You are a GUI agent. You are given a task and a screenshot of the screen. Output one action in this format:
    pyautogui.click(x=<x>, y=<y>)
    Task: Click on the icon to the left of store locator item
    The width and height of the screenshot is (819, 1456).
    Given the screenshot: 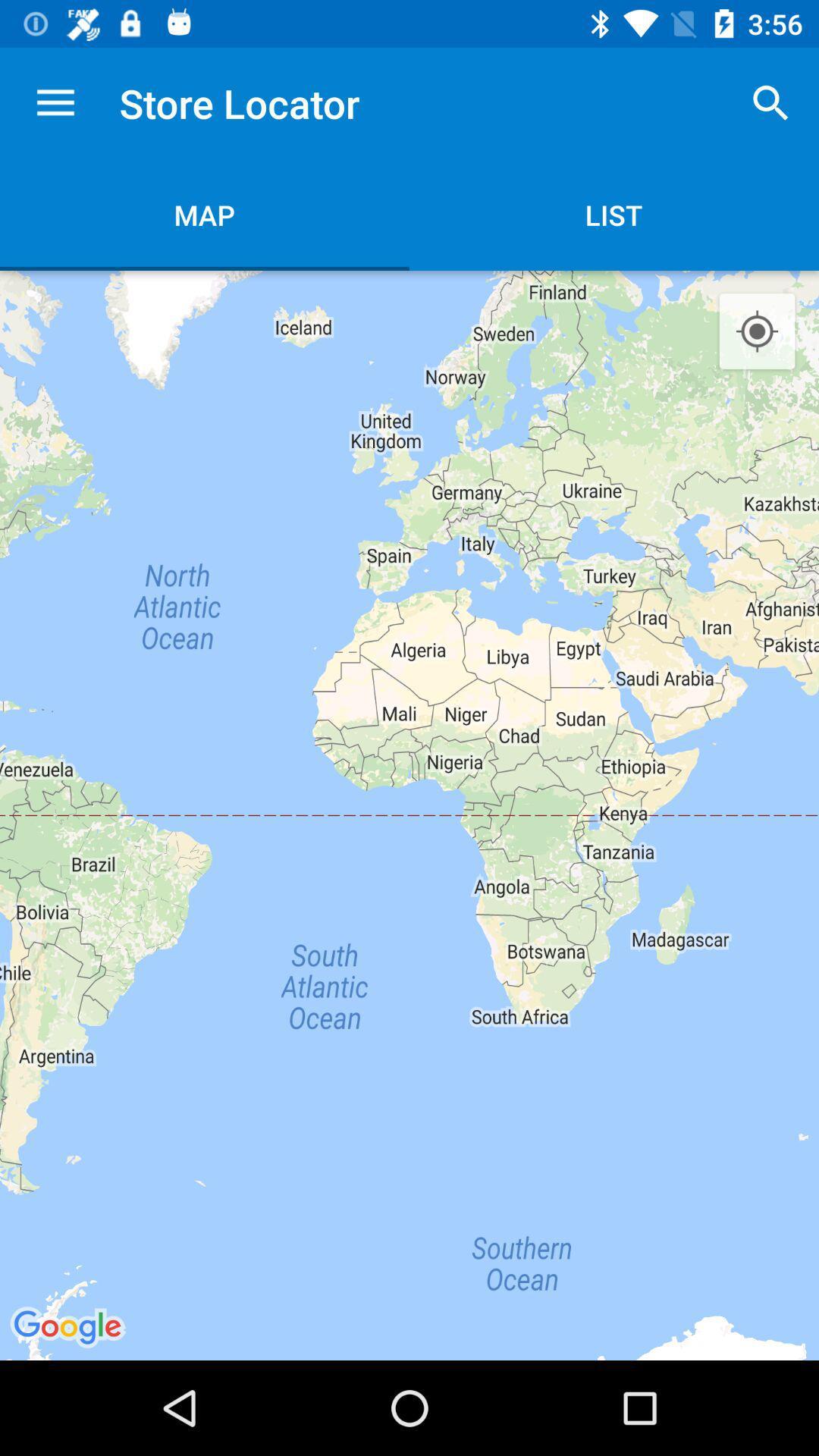 What is the action you would take?
    pyautogui.click(x=55, y=102)
    